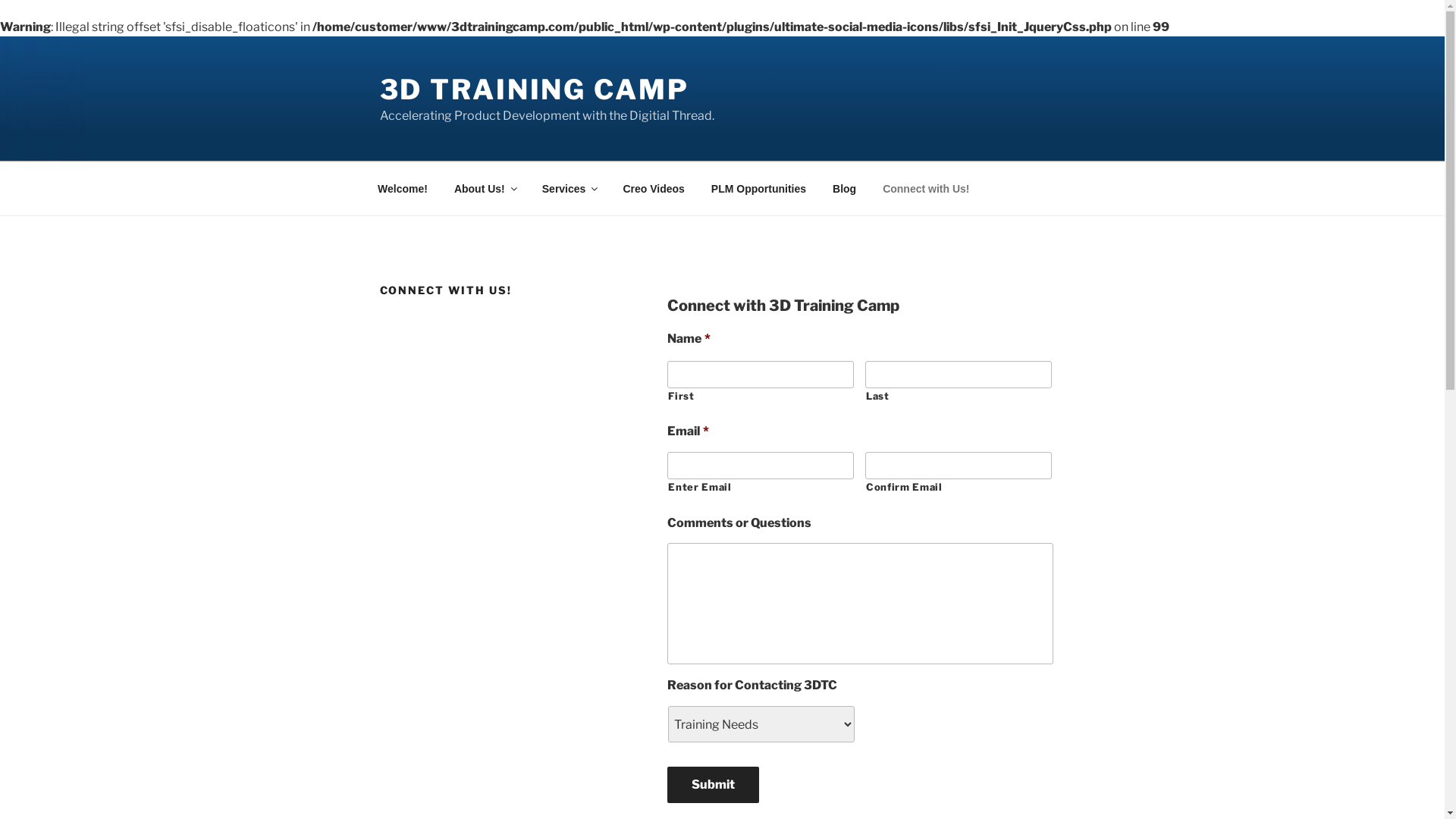  What do you see at coordinates (712, 784) in the screenshot?
I see `'Submit'` at bounding box center [712, 784].